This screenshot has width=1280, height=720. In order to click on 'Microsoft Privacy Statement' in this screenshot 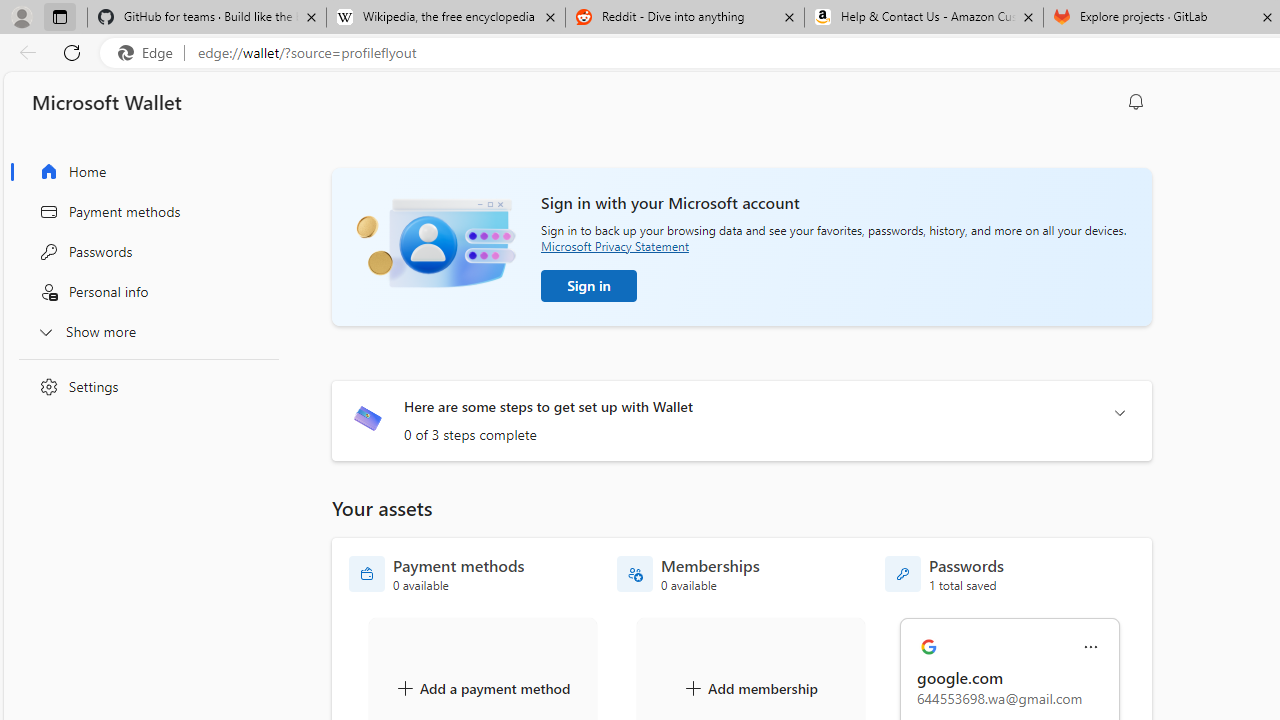, I will do `click(614, 245)`.